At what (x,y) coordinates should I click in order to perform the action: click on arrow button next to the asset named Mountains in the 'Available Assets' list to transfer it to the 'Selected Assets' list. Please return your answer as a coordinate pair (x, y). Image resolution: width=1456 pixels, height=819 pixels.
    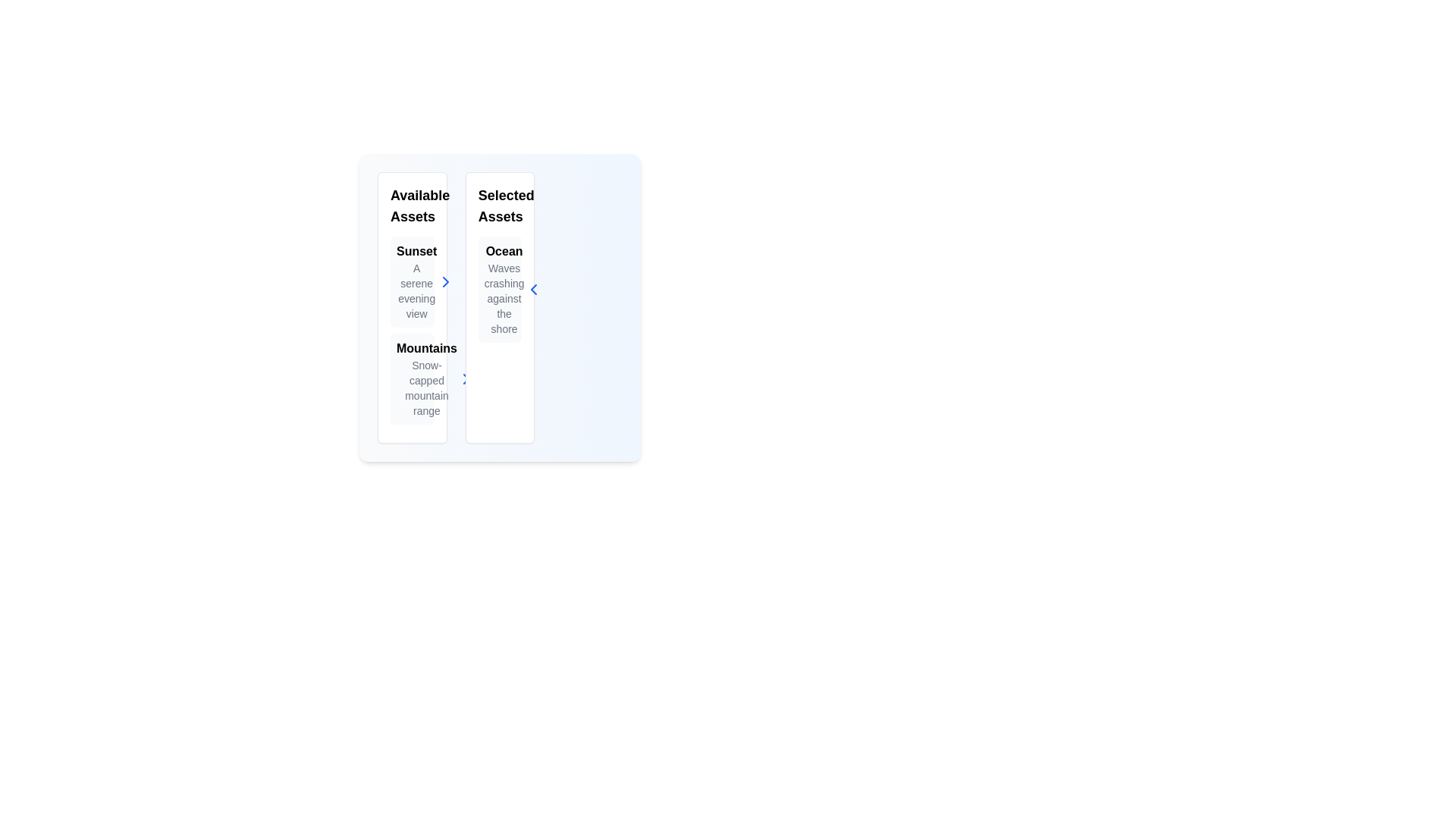
    Looking at the image, I should click on (465, 378).